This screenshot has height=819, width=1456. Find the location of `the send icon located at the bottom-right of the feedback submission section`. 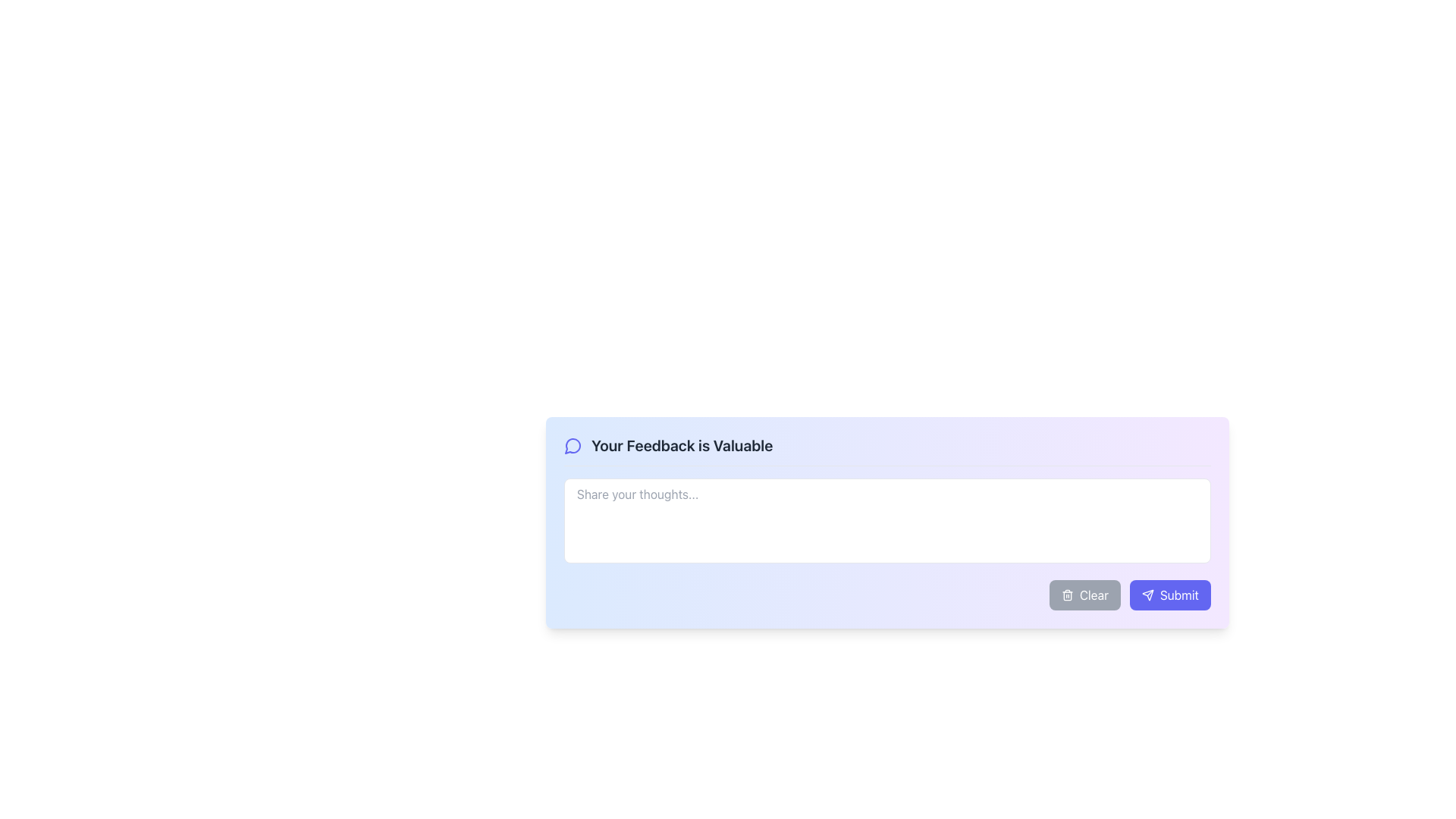

the send icon located at the bottom-right of the feedback submission section is located at coordinates (1147, 595).